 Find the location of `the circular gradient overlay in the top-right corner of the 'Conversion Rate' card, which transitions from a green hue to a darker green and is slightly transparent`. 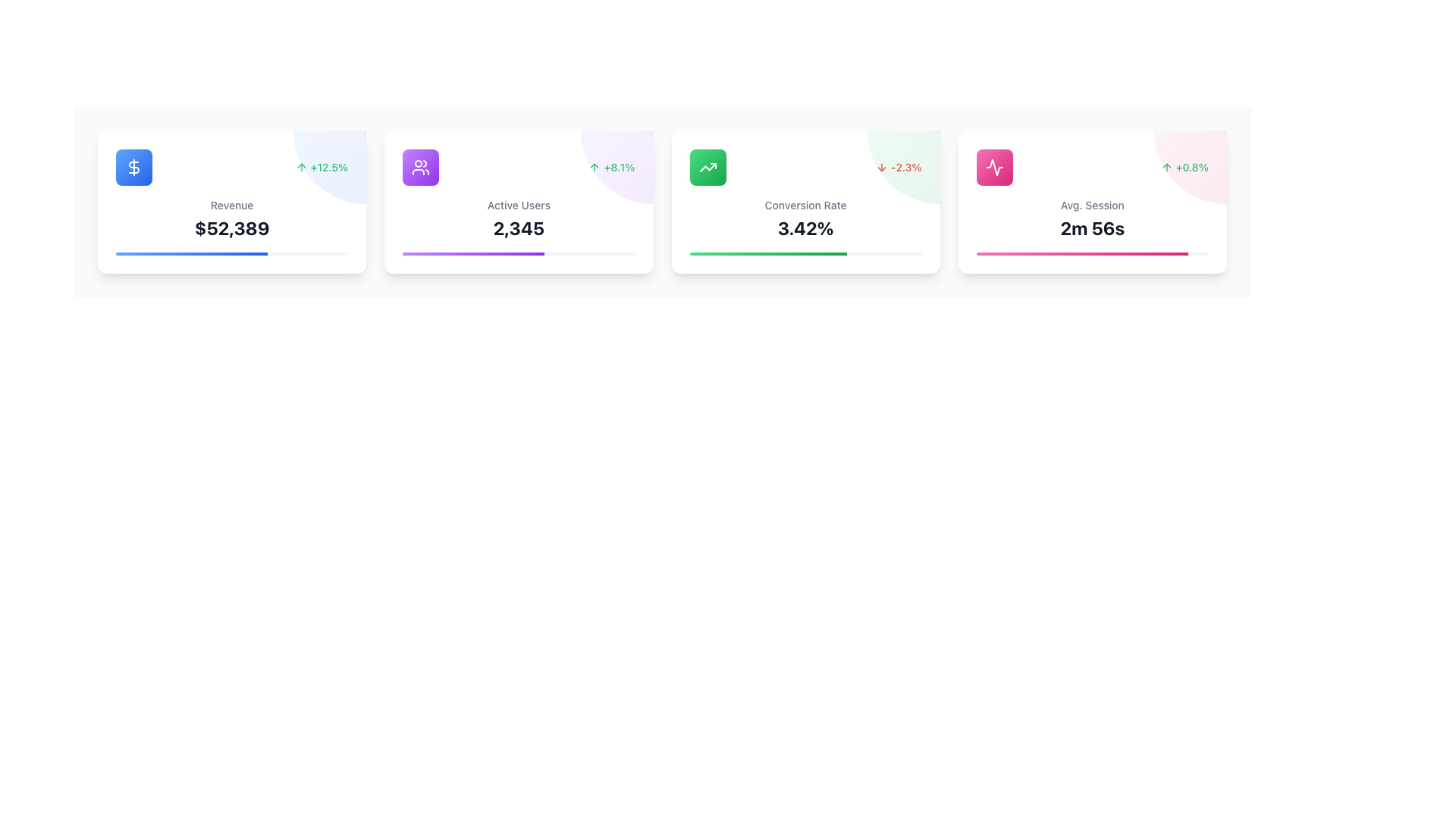

the circular gradient overlay in the top-right corner of the 'Conversion Rate' card, which transitions from a green hue to a darker green and is slightly transparent is located at coordinates (903, 167).